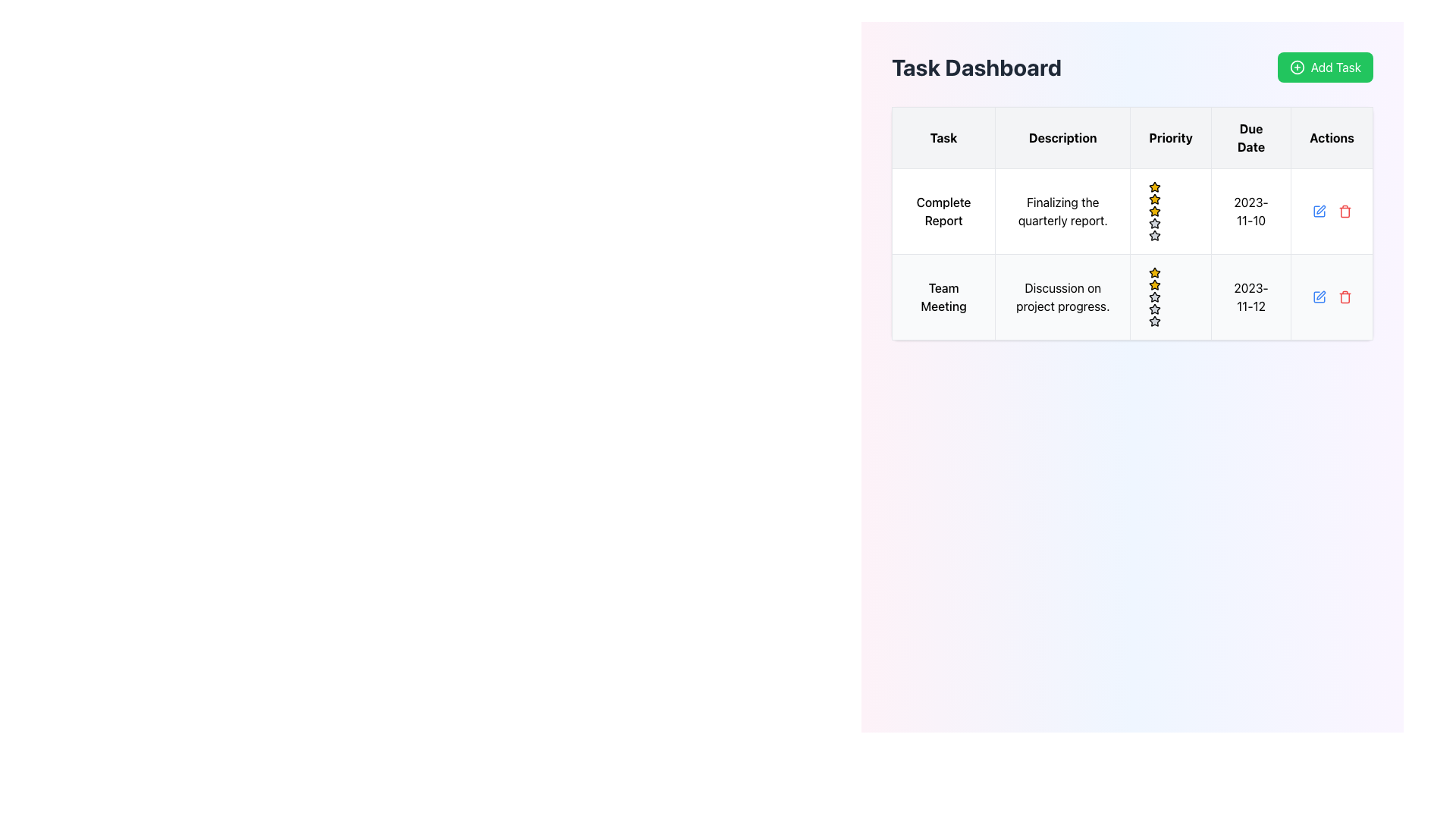  What do you see at coordinates (1062, 137) in the screenshot?
I see `the Table Header Cell which is the second cell from the left in the header row of the table, located between the 'Task' and 'Priority' cells` at bounding box center [1062, 137].